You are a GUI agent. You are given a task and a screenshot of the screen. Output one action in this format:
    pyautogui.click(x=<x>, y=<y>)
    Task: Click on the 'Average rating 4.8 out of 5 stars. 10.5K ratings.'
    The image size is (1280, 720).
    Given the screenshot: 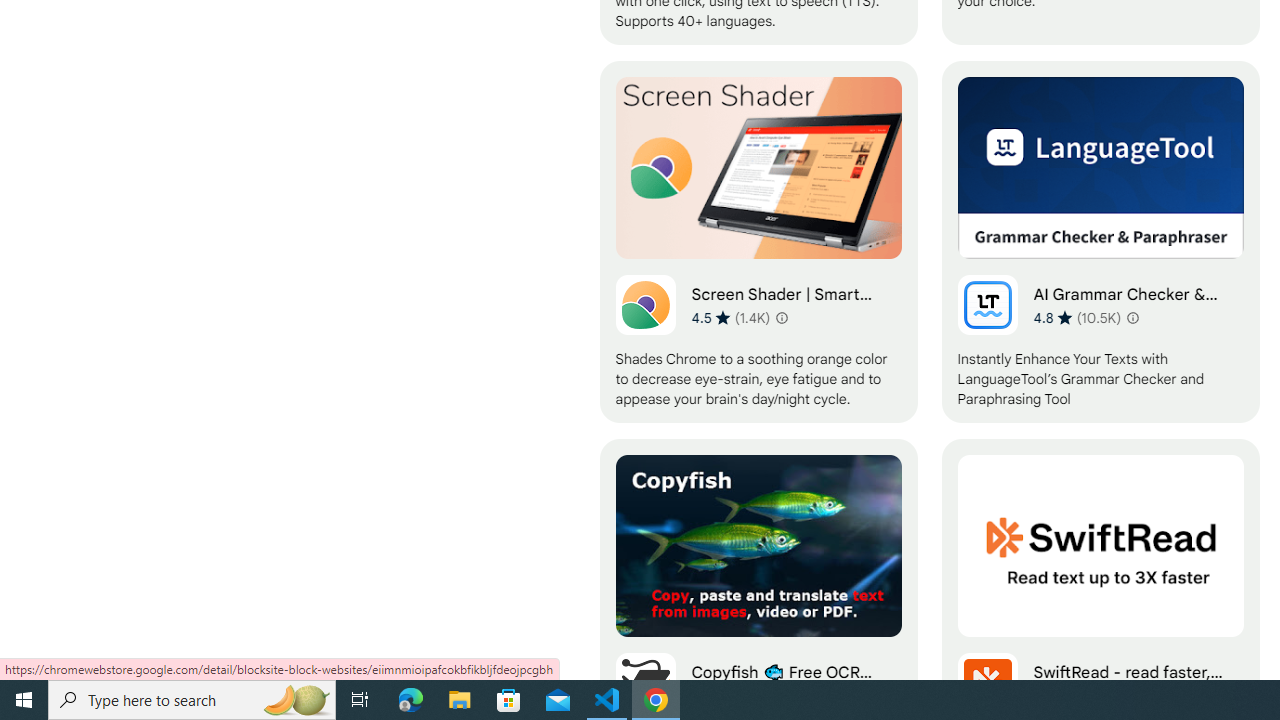 What is the action you would take?
    pyautogui.click(x=1076, y=316)
    